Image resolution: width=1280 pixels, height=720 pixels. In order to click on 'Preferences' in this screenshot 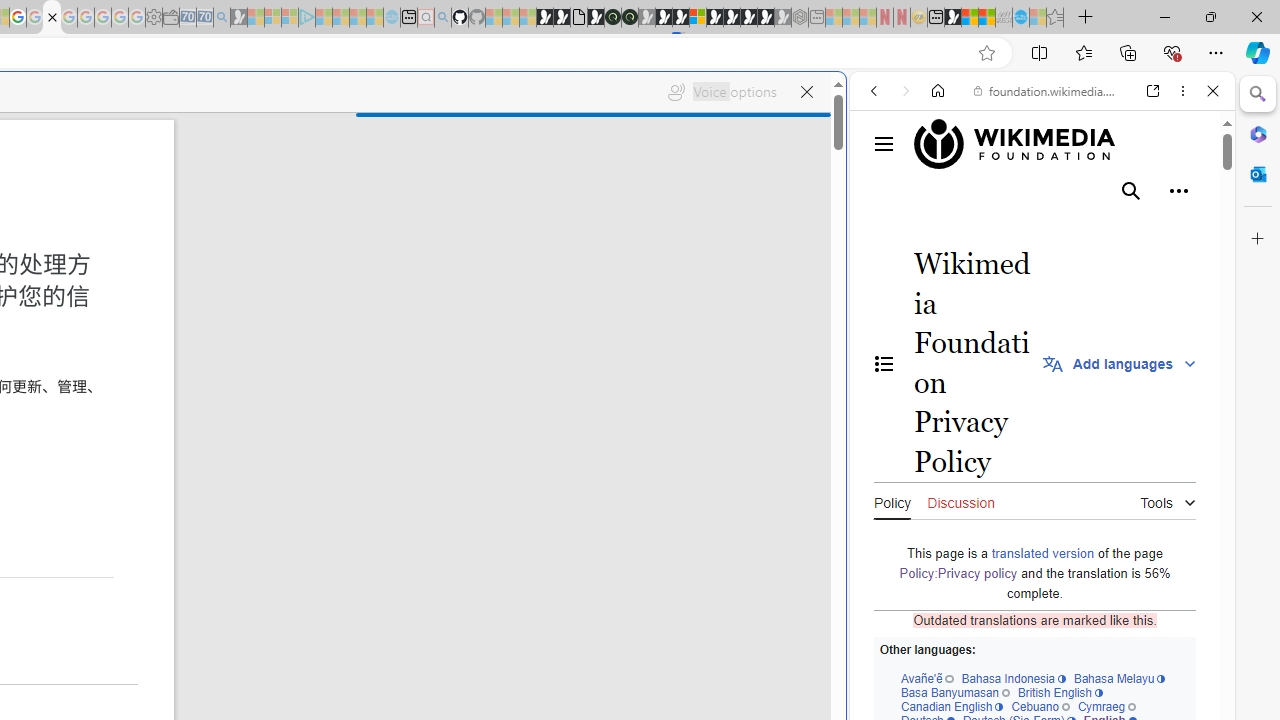, I will do `click(1189, 227)`.